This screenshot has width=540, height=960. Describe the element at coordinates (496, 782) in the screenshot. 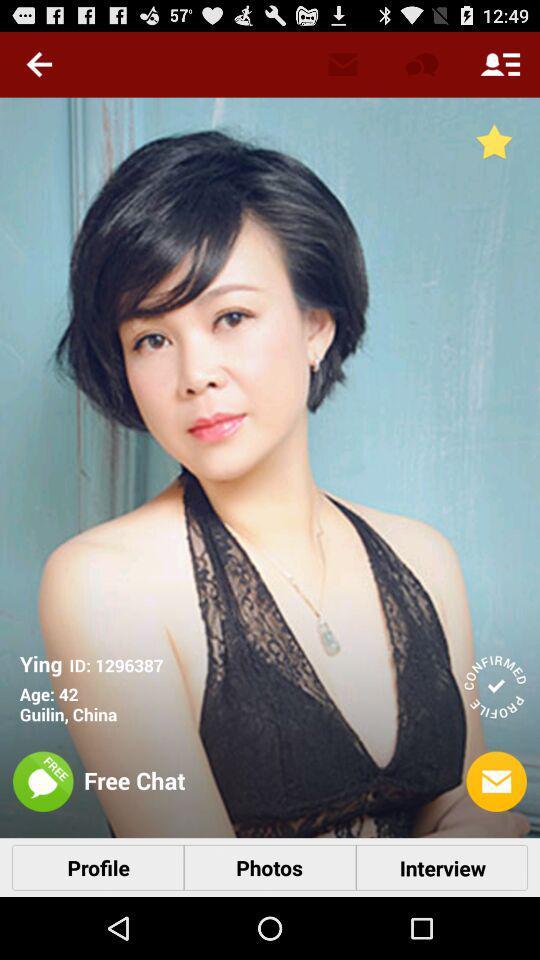

I see `the letter icon in the bottom left corner` at that location.